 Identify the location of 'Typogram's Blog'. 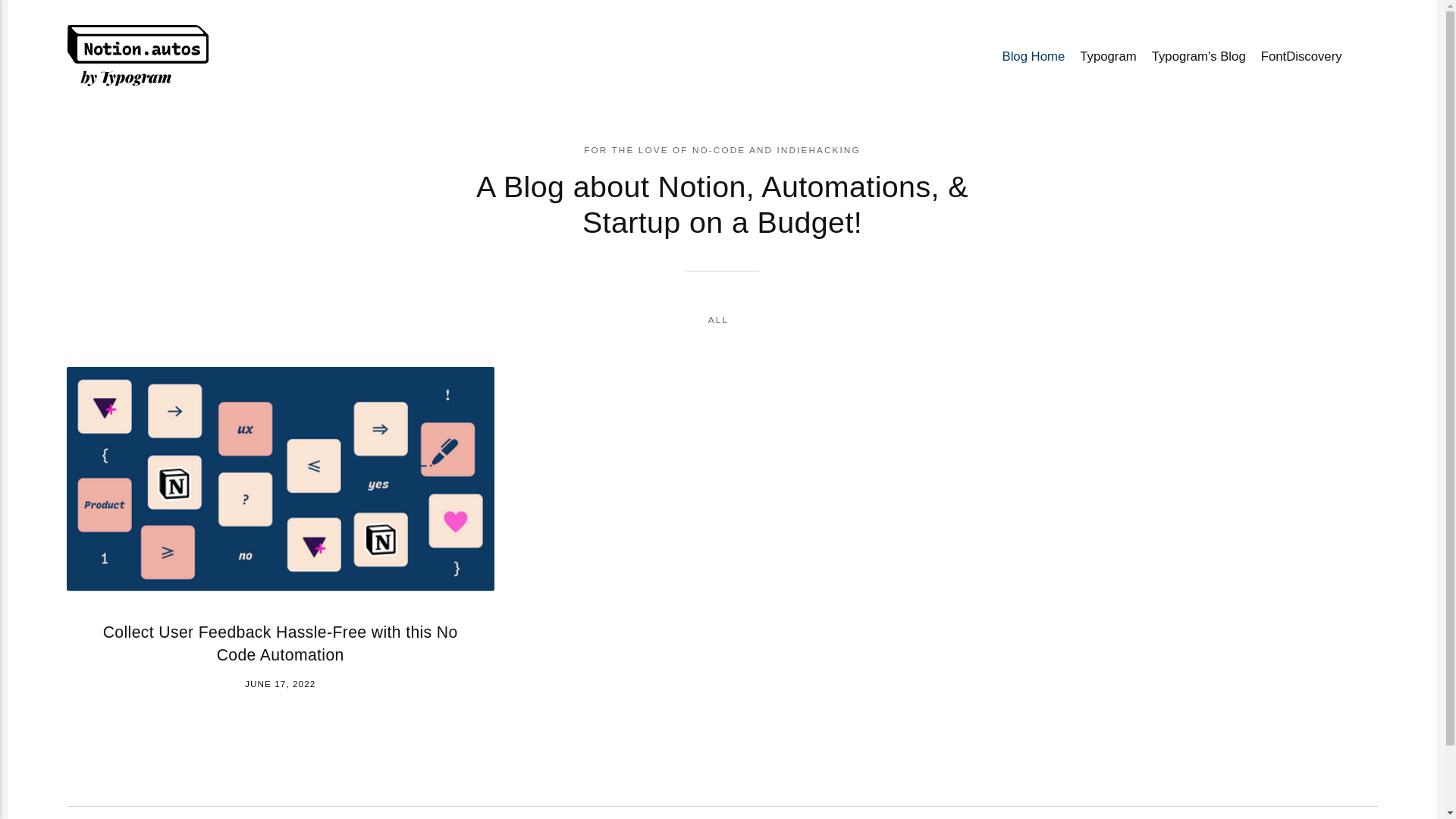
(1144, 56).